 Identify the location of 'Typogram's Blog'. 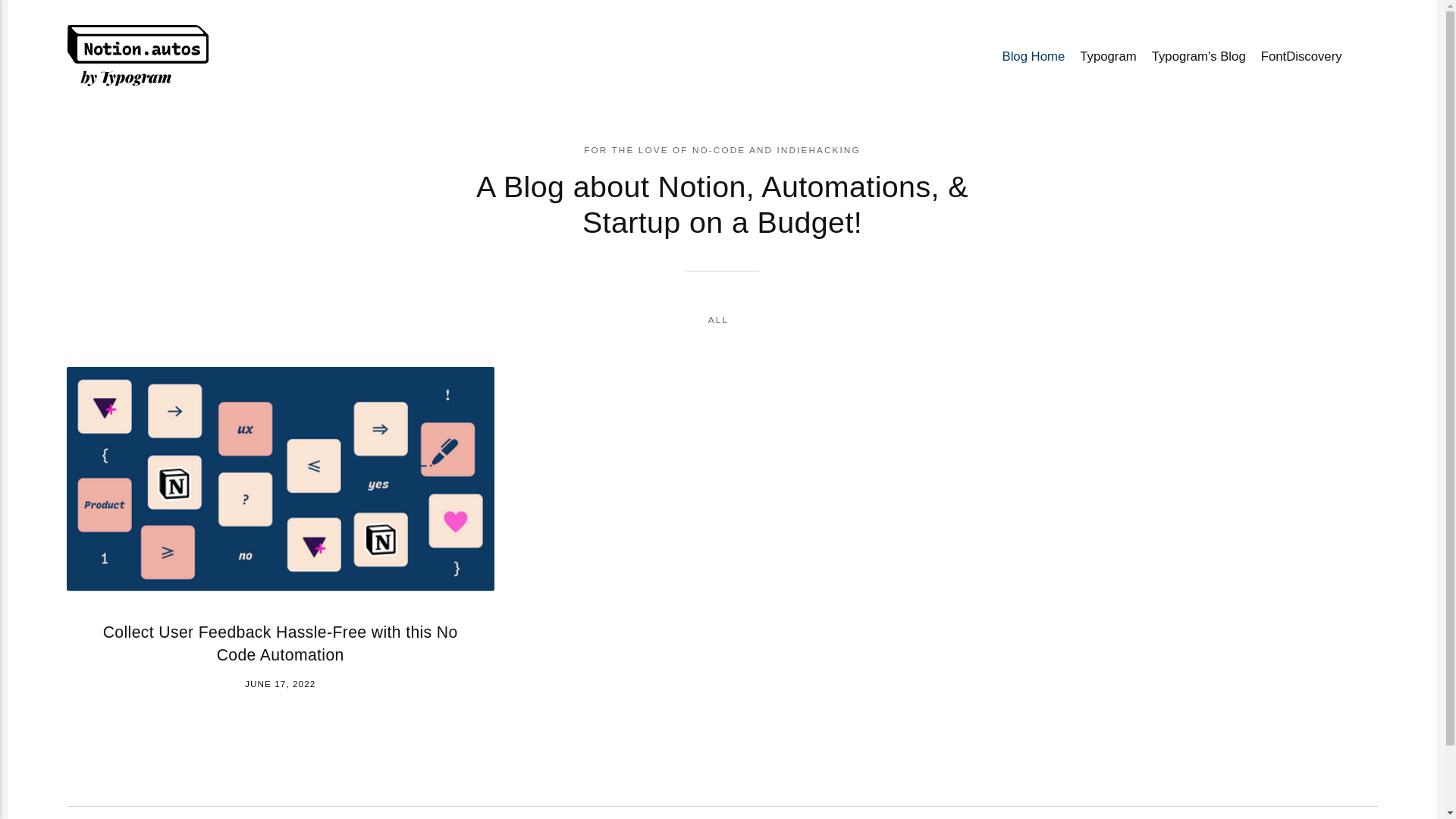
(1144, 56).